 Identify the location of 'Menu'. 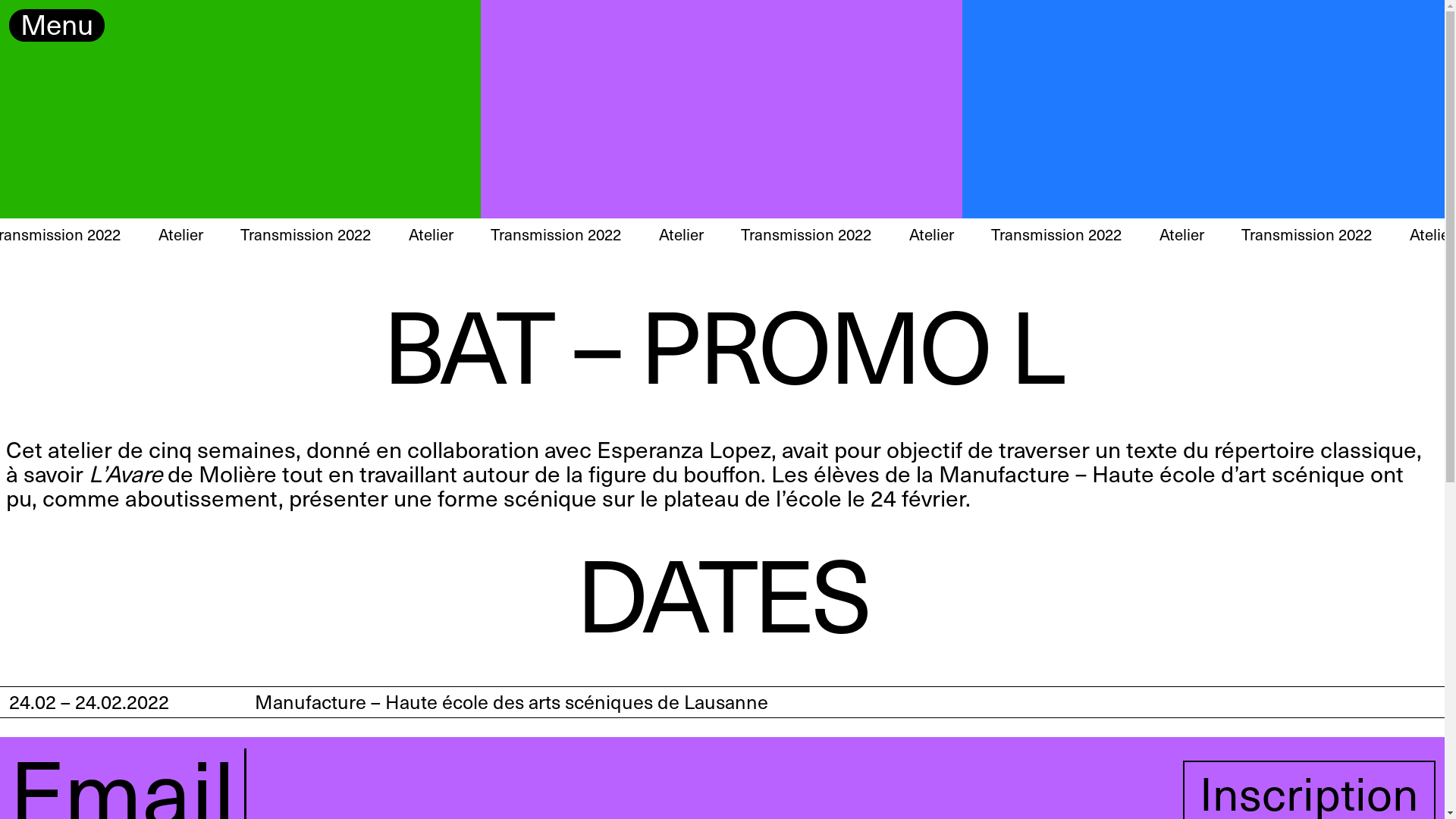
(57, 25).